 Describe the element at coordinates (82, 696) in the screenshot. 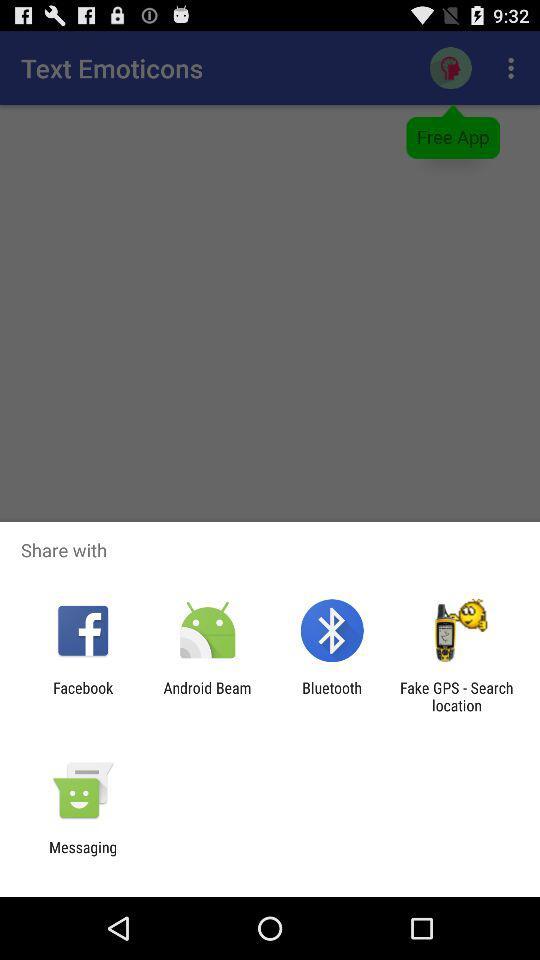

I see `item next to android beam icon` at that location.